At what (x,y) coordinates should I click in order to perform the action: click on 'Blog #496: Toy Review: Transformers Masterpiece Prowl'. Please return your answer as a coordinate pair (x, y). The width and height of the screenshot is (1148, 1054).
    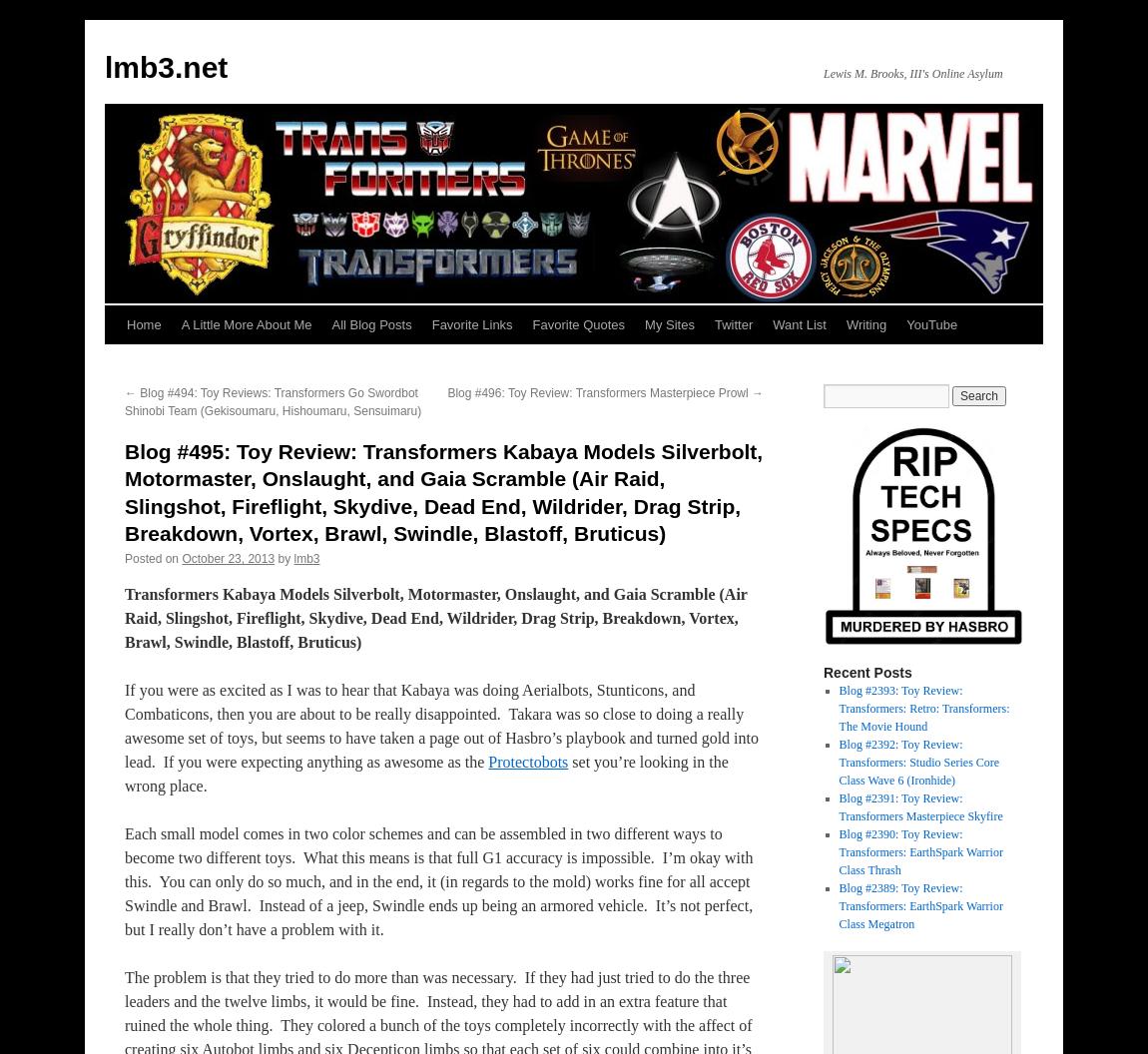
    Looking at the image, I should click on (447, 391).